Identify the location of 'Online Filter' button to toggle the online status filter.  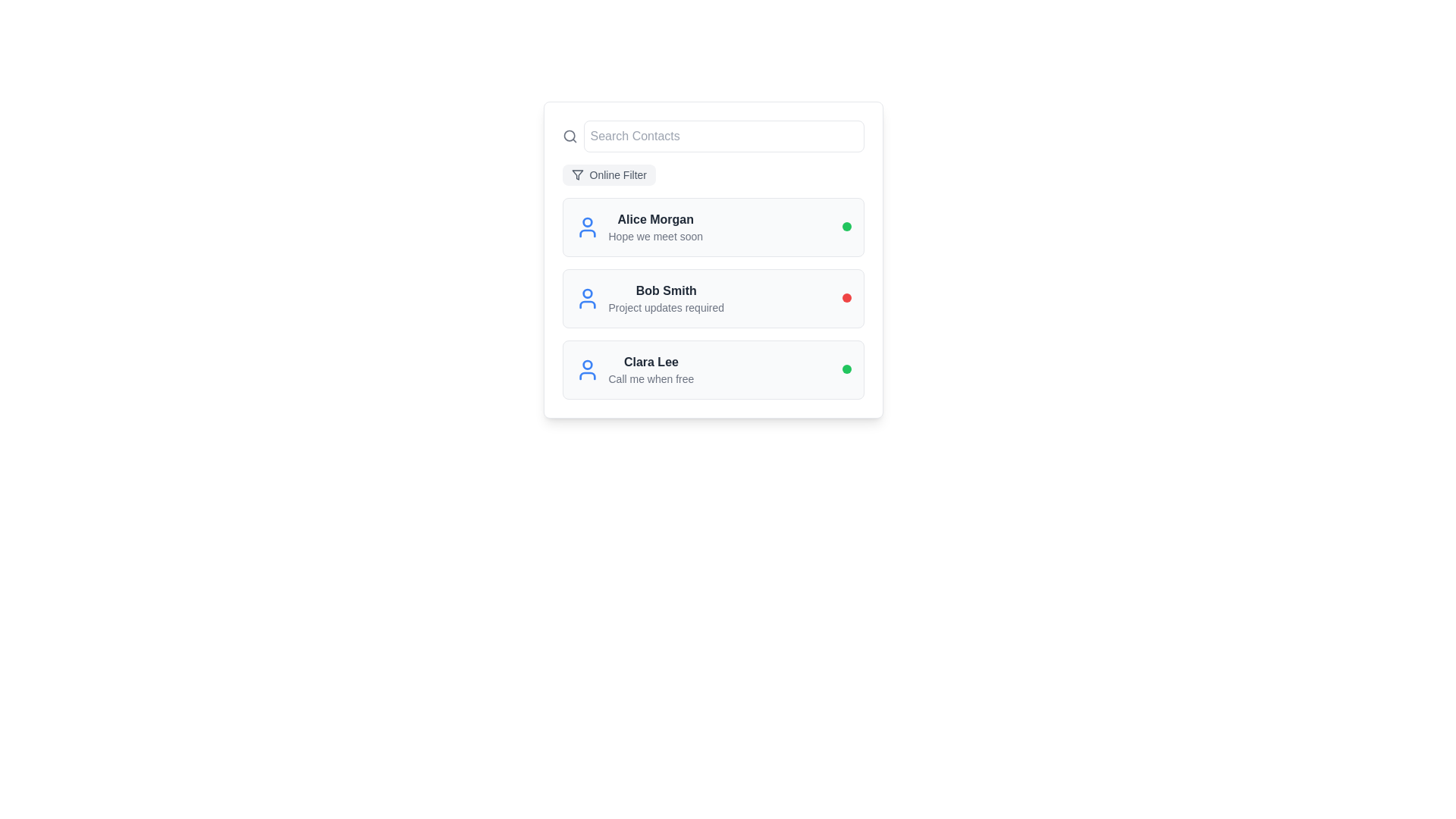
(608, 174).